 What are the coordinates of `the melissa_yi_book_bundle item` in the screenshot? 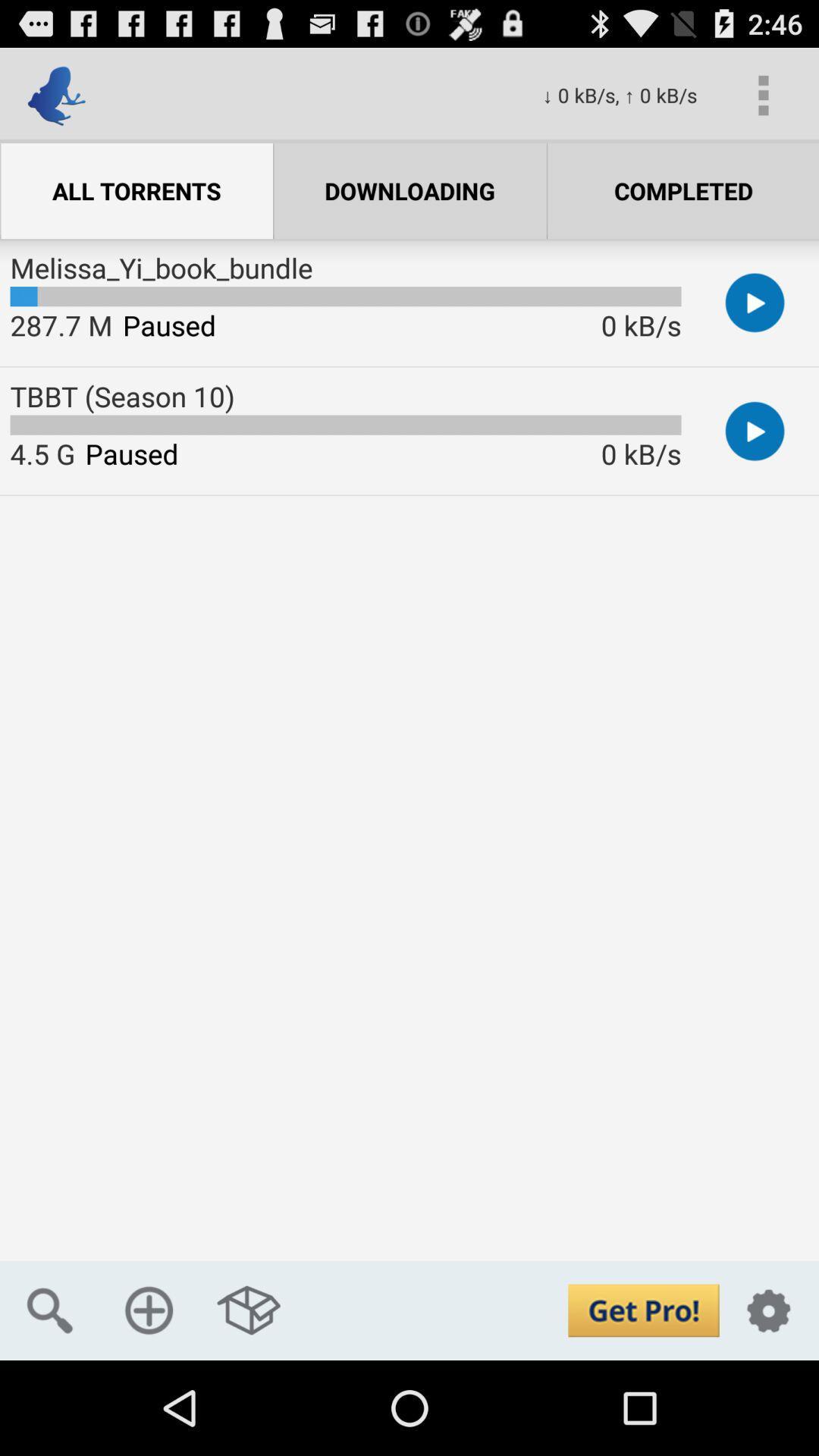 It's located at (161, 268).